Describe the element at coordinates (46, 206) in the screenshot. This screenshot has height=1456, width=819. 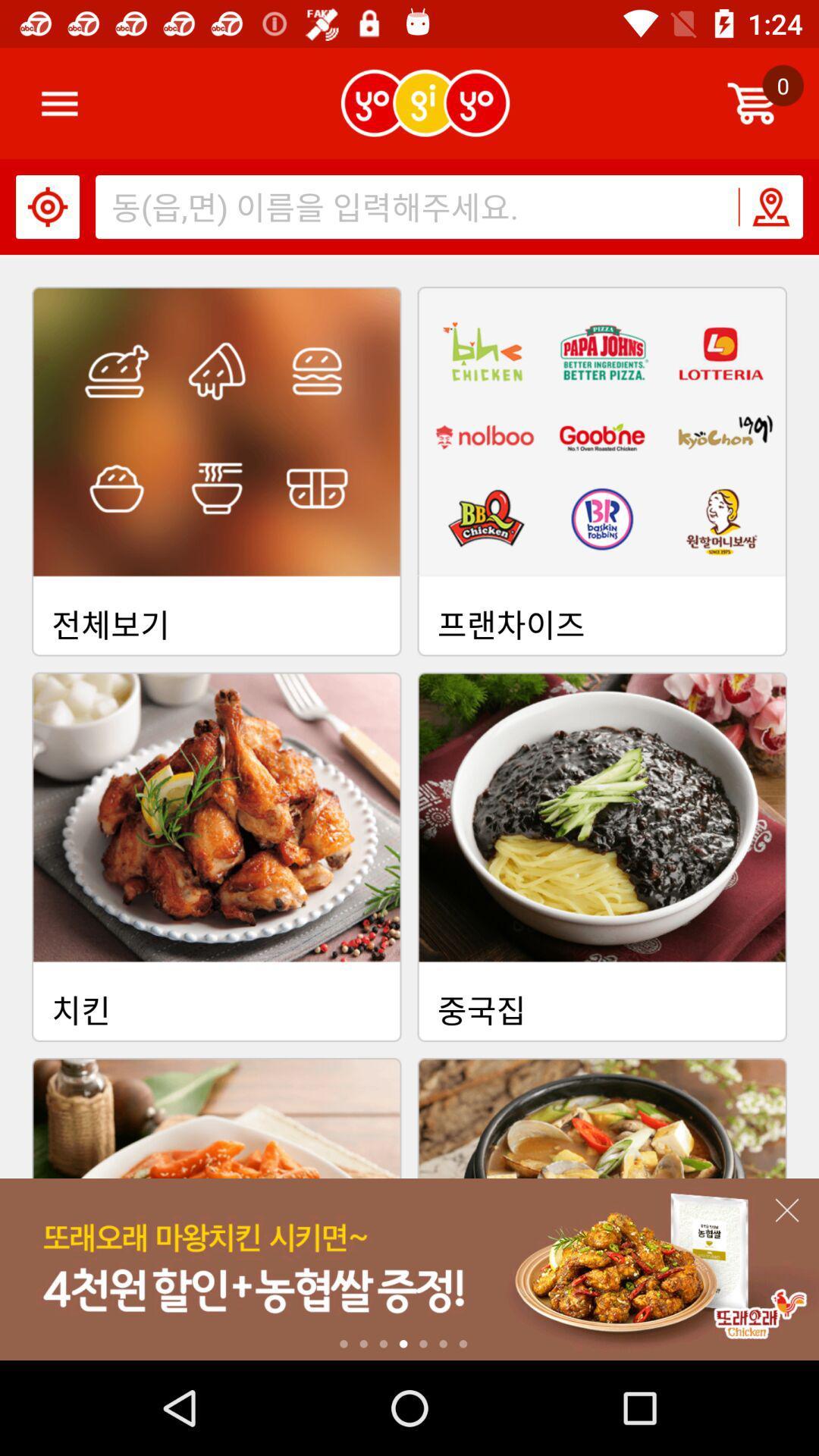
I see `the location_crosshair icon` at that location.